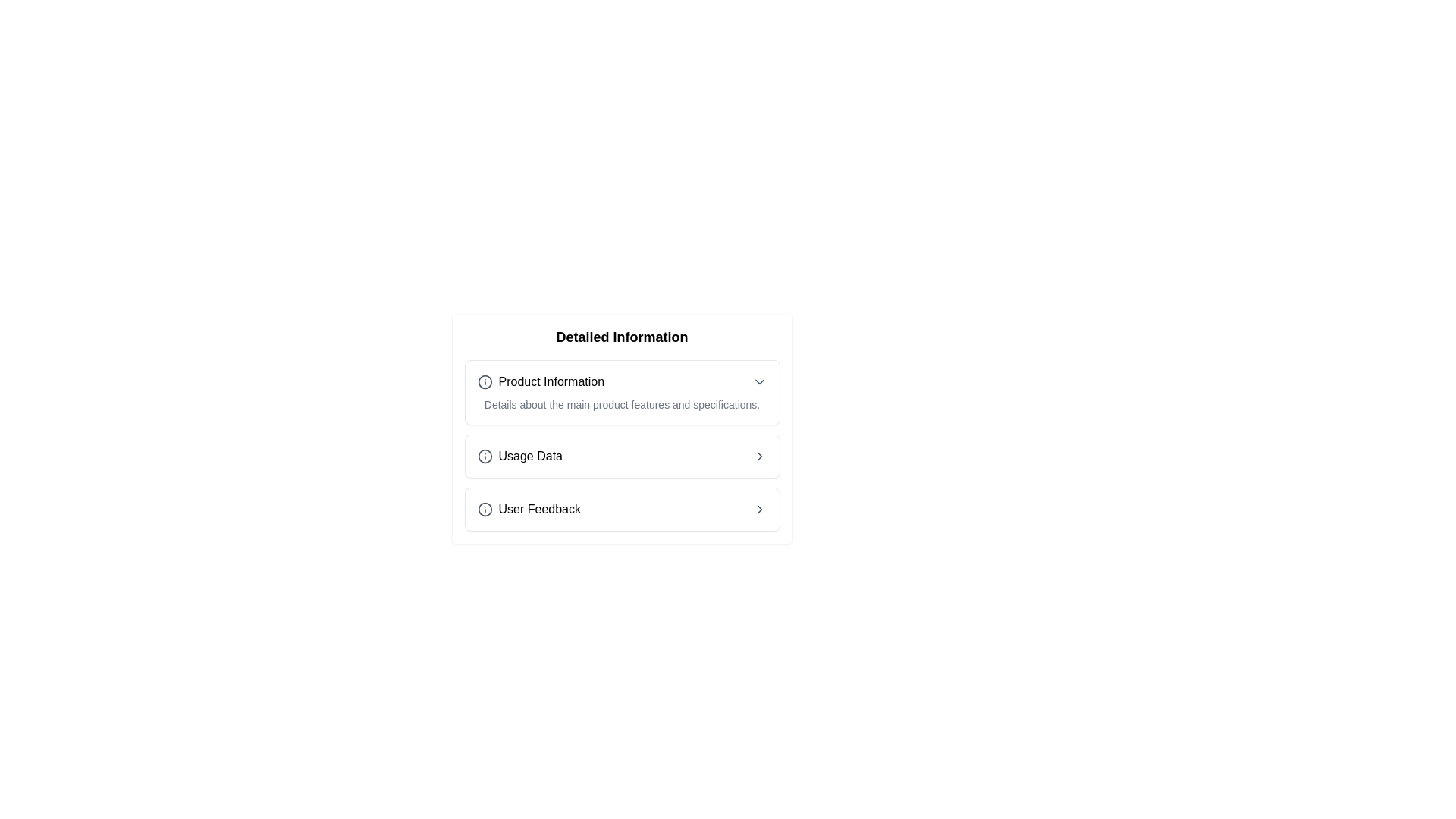  I want to click on the static text providing additional information about the 'Product Information' section, located immediately below the 'Product Information' heading, so click(622, 403).